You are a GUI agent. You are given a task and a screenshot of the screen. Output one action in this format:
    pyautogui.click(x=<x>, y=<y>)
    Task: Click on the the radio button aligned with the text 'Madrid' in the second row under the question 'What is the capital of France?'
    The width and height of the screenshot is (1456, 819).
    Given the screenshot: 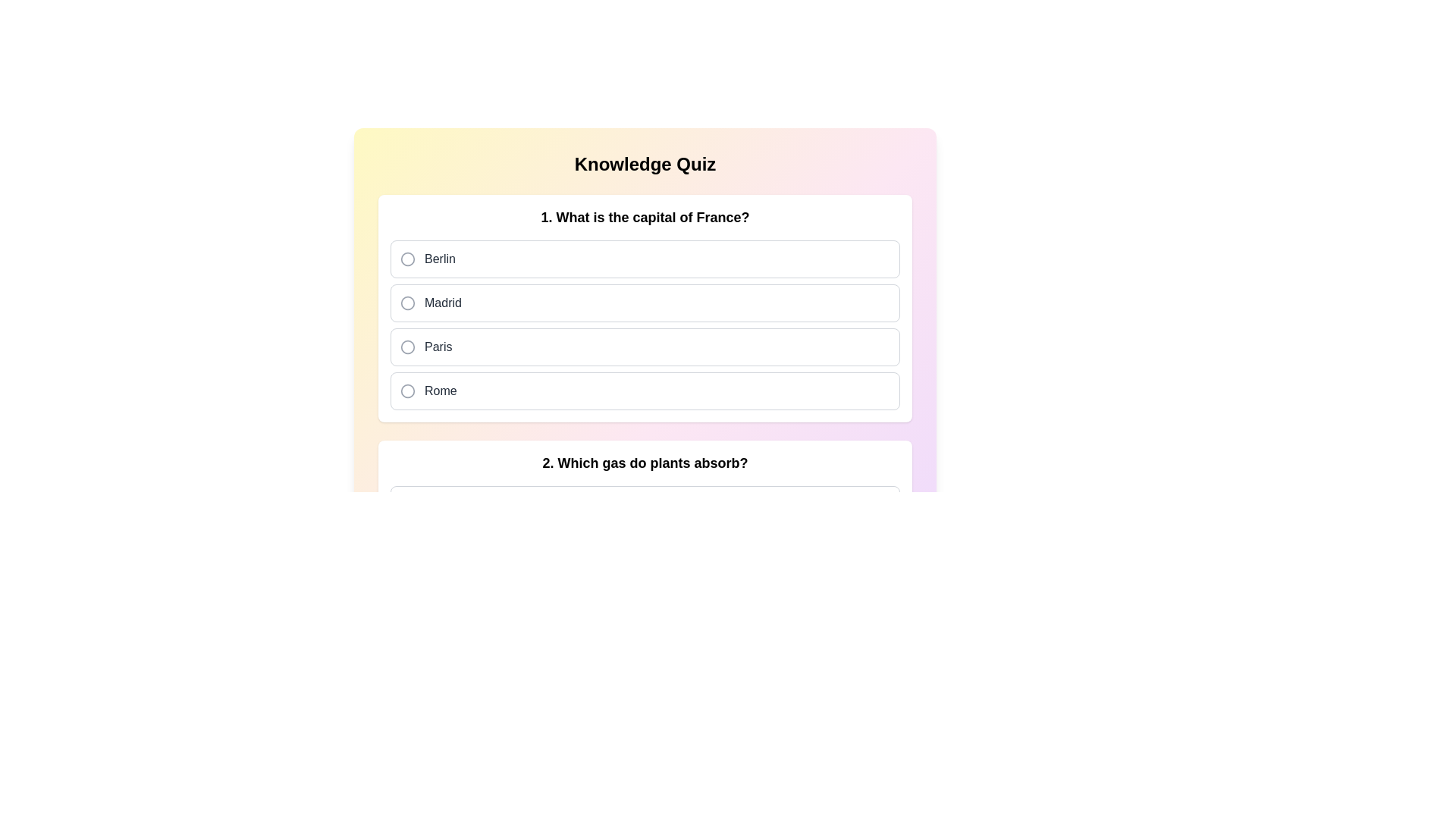 What is the action you would take?
    pyautogui.click(x=407, y=303)
    